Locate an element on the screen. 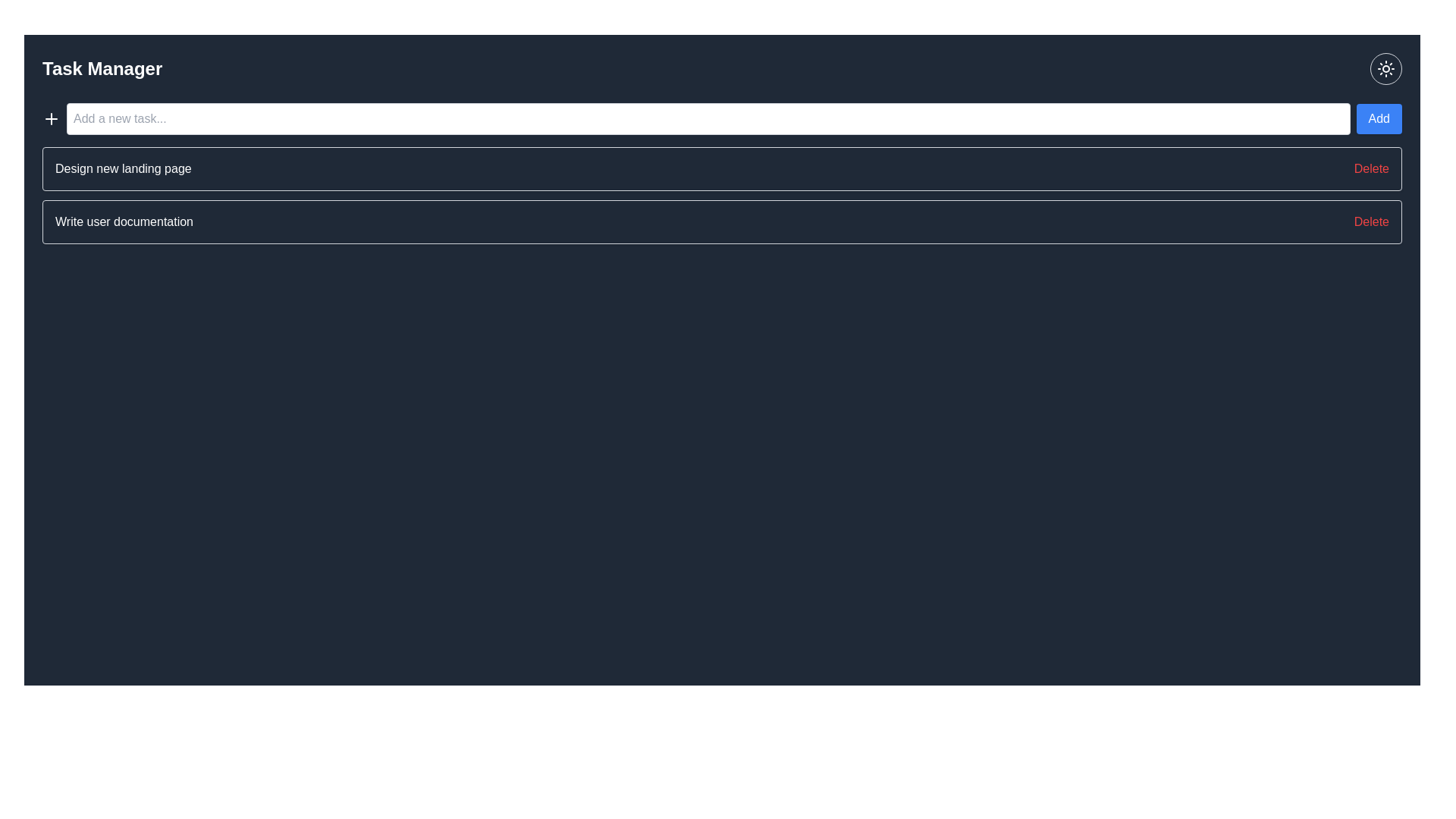  the bold, large title labeled 'Task Manager' located at the top-left corner of the application interface is located at coordinates (102, 69).